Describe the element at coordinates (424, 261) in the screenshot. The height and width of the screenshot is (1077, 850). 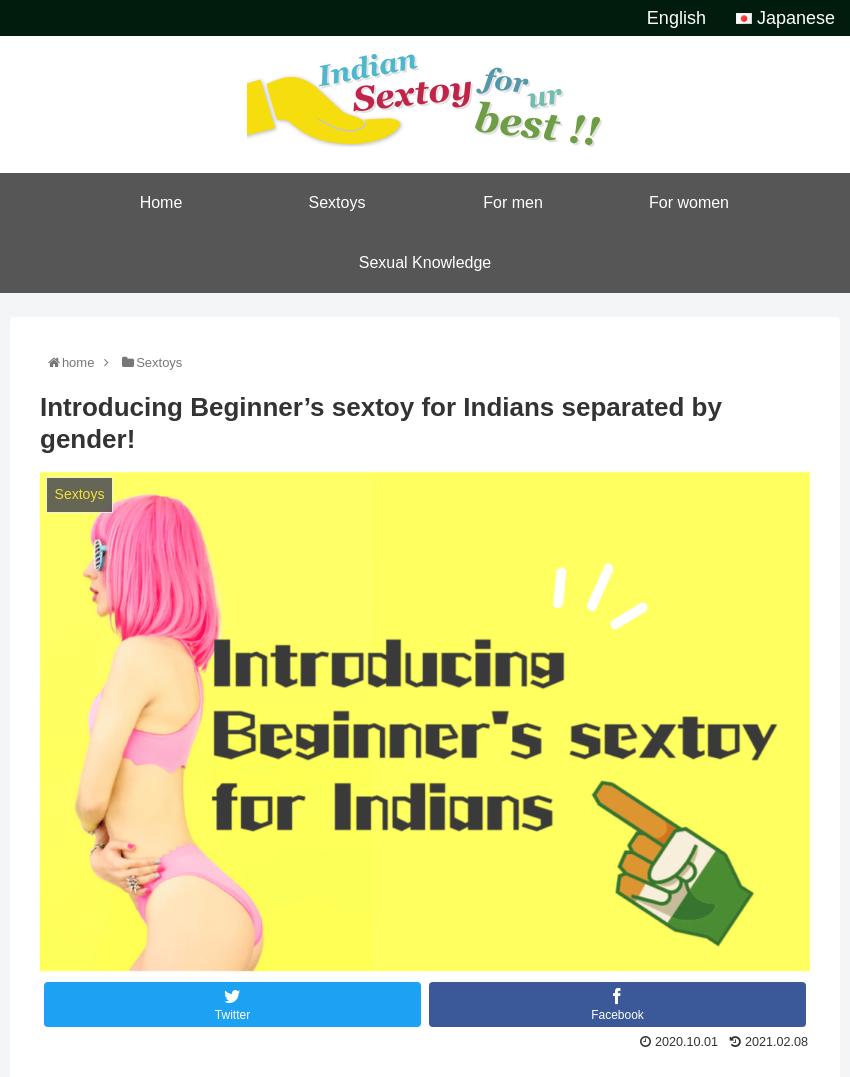
I see `'Sexual Knowledge'` at that location.